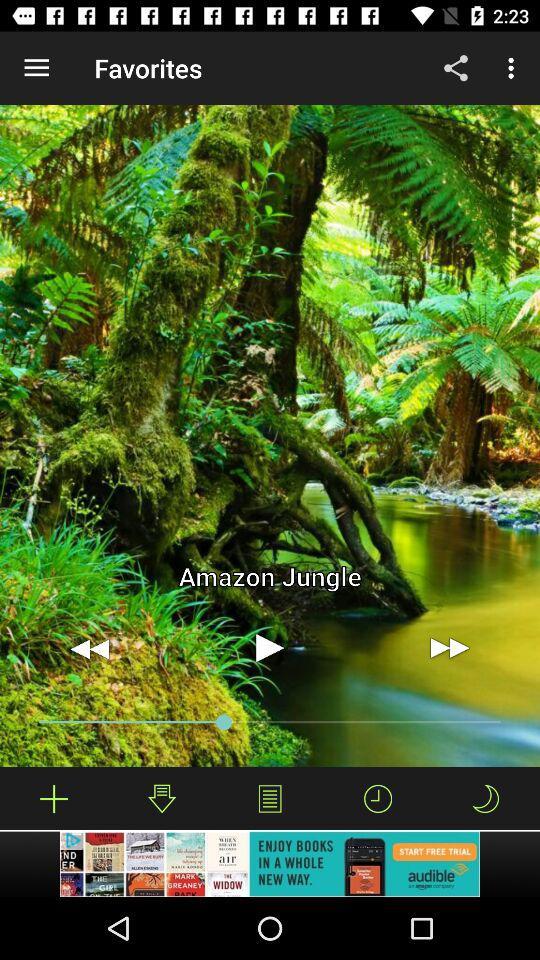  What do you see at coordinates (455, 68) in the screenshot?
I see `item next to the favorites` at bounding box center [455, 68].